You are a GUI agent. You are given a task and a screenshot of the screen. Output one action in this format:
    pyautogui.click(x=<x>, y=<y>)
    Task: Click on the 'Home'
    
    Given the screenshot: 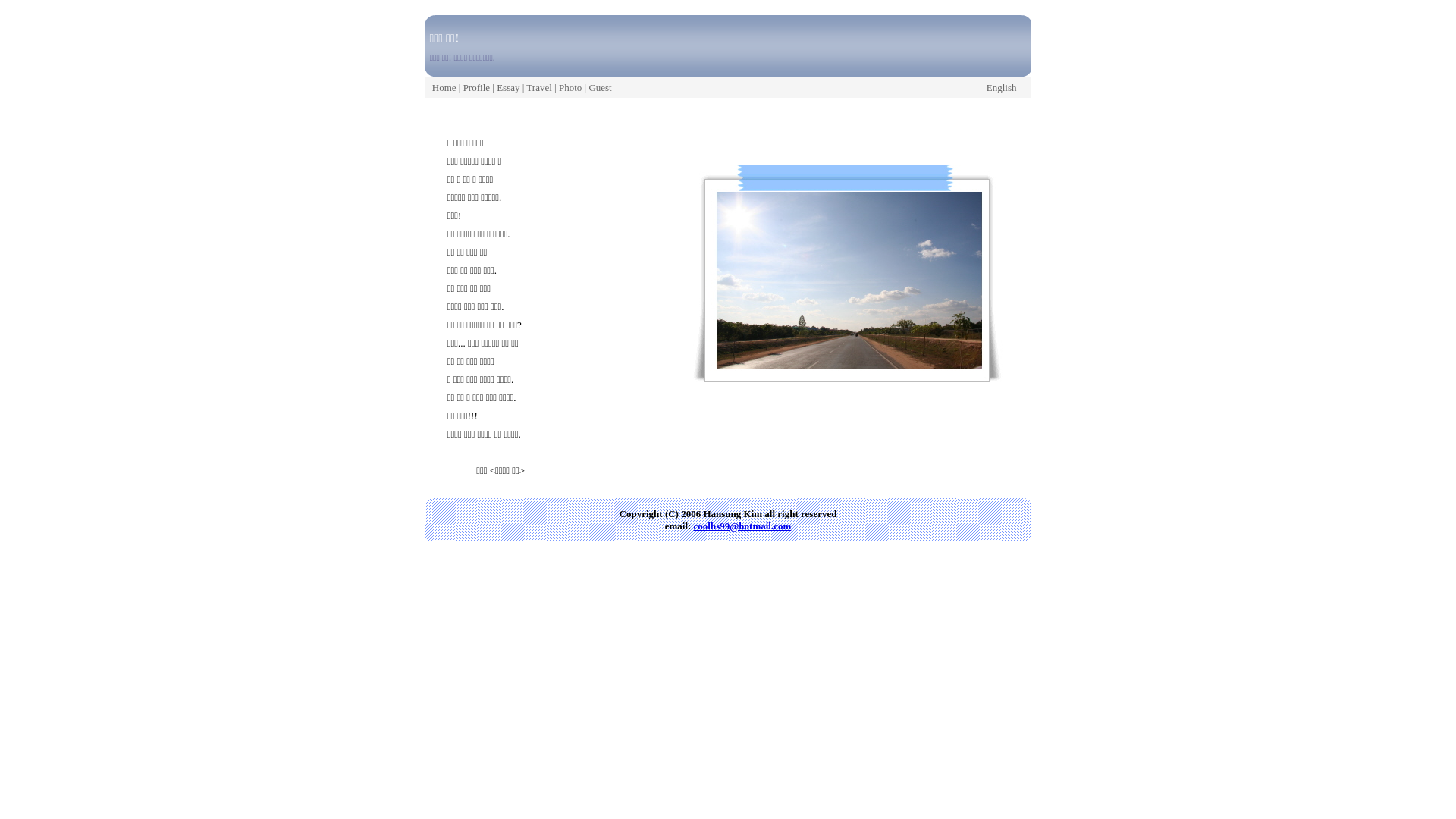 What is the action you would take?
    pyautogui.click(x=443, y=87)
    